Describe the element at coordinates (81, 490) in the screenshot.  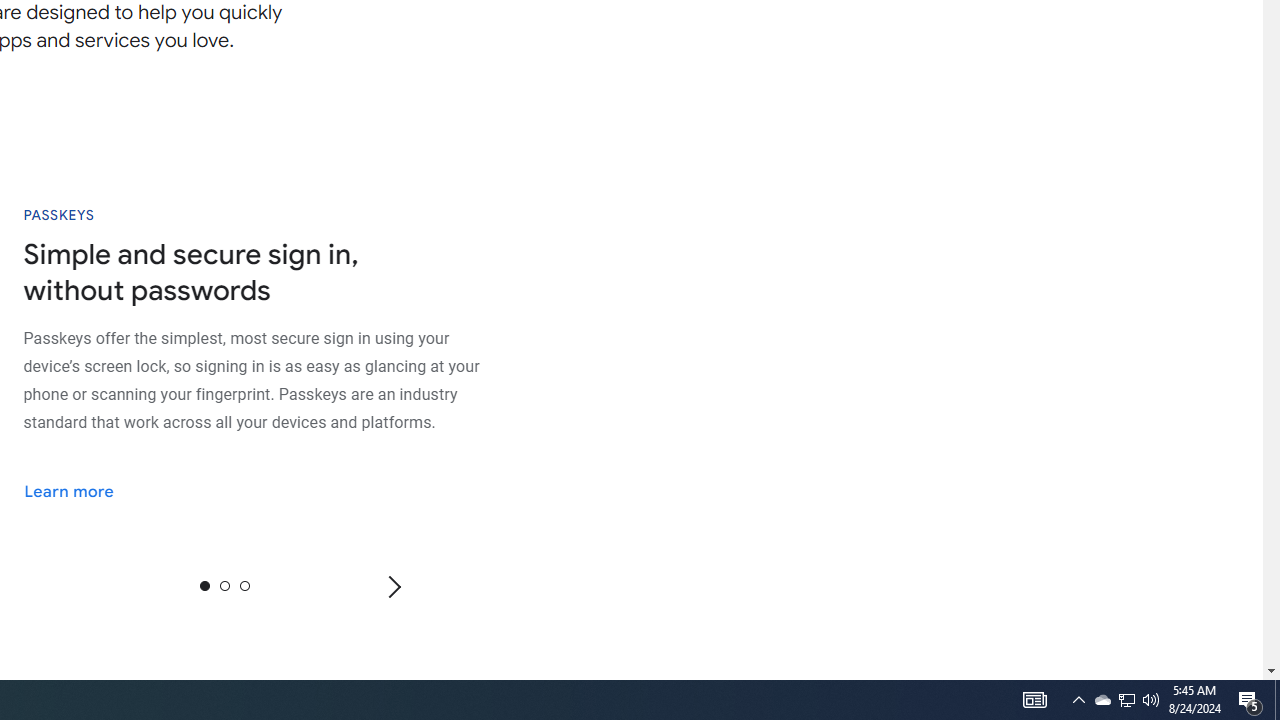
I see `'Learn more'` at that location.